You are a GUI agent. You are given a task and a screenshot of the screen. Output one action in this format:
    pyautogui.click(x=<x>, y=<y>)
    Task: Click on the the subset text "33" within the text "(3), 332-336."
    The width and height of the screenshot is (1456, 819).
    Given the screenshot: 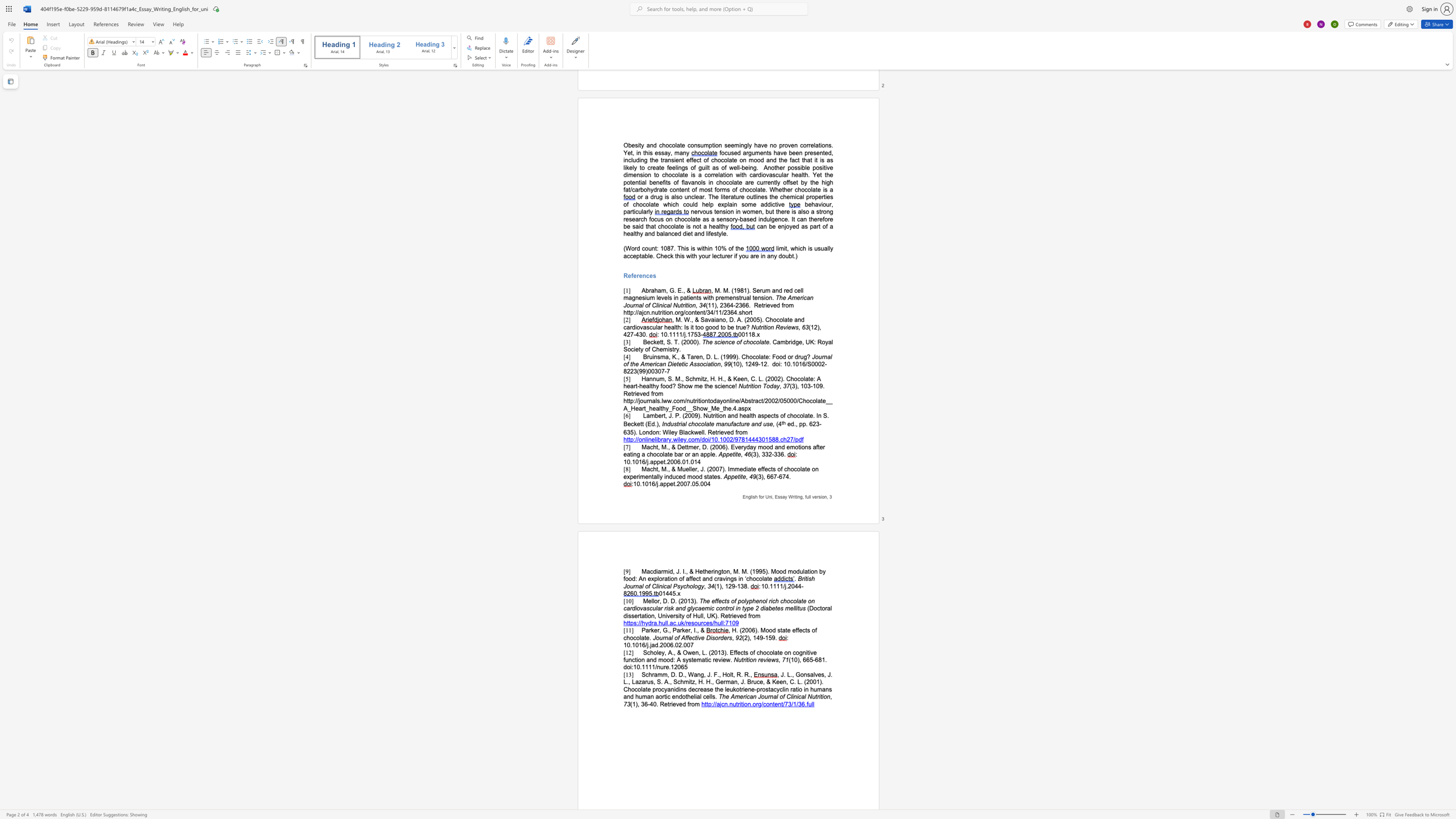 What is the action you would take?
    pyautogui.click(x=773, y=454)
    